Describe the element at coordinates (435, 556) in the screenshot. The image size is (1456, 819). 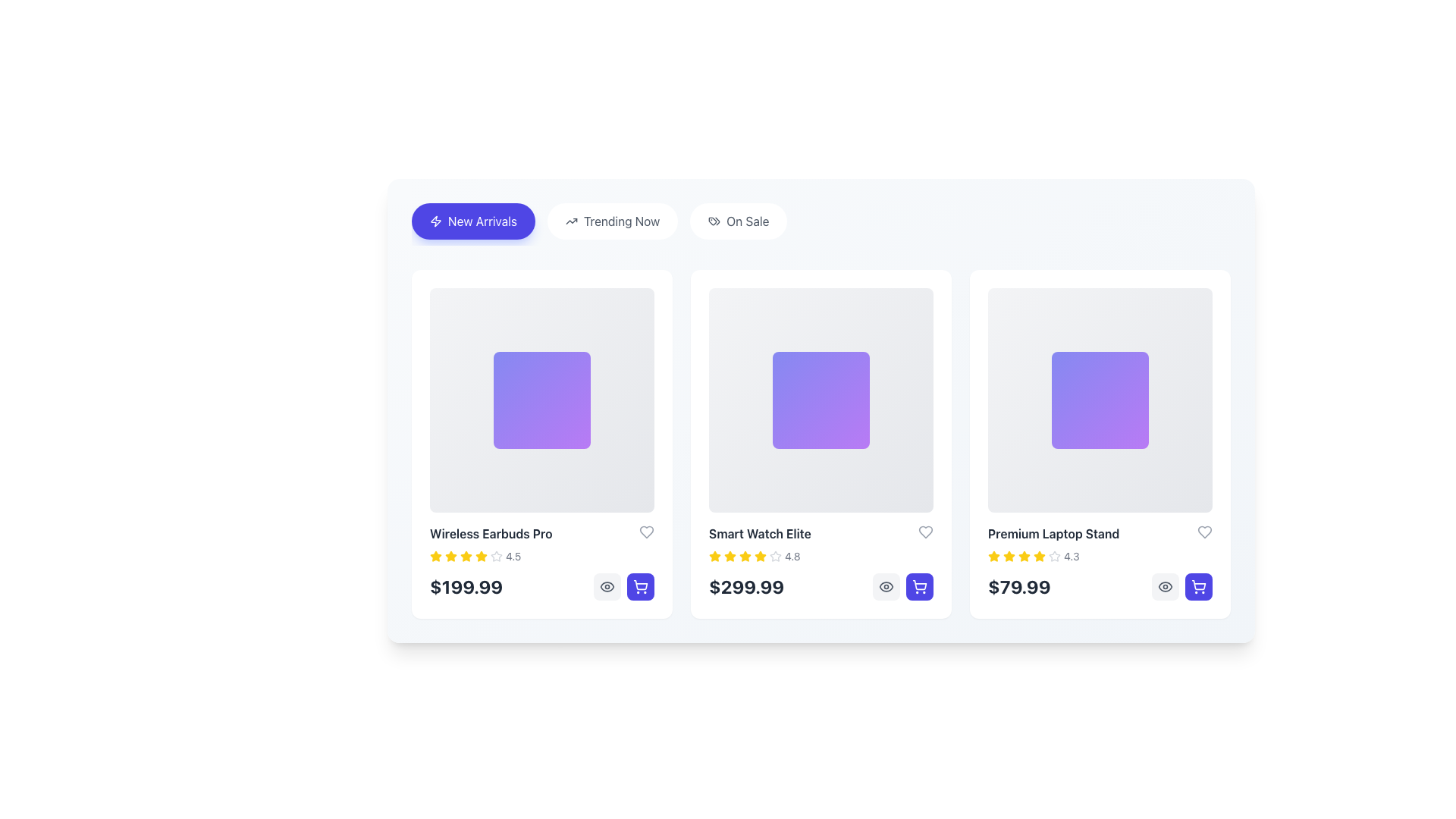
I see `the first star icon in the rating display system for the 'Wireless Earbuds Pro' product, which visually indicates the product's rating and is located below the product information and above the pricing section` at that location.